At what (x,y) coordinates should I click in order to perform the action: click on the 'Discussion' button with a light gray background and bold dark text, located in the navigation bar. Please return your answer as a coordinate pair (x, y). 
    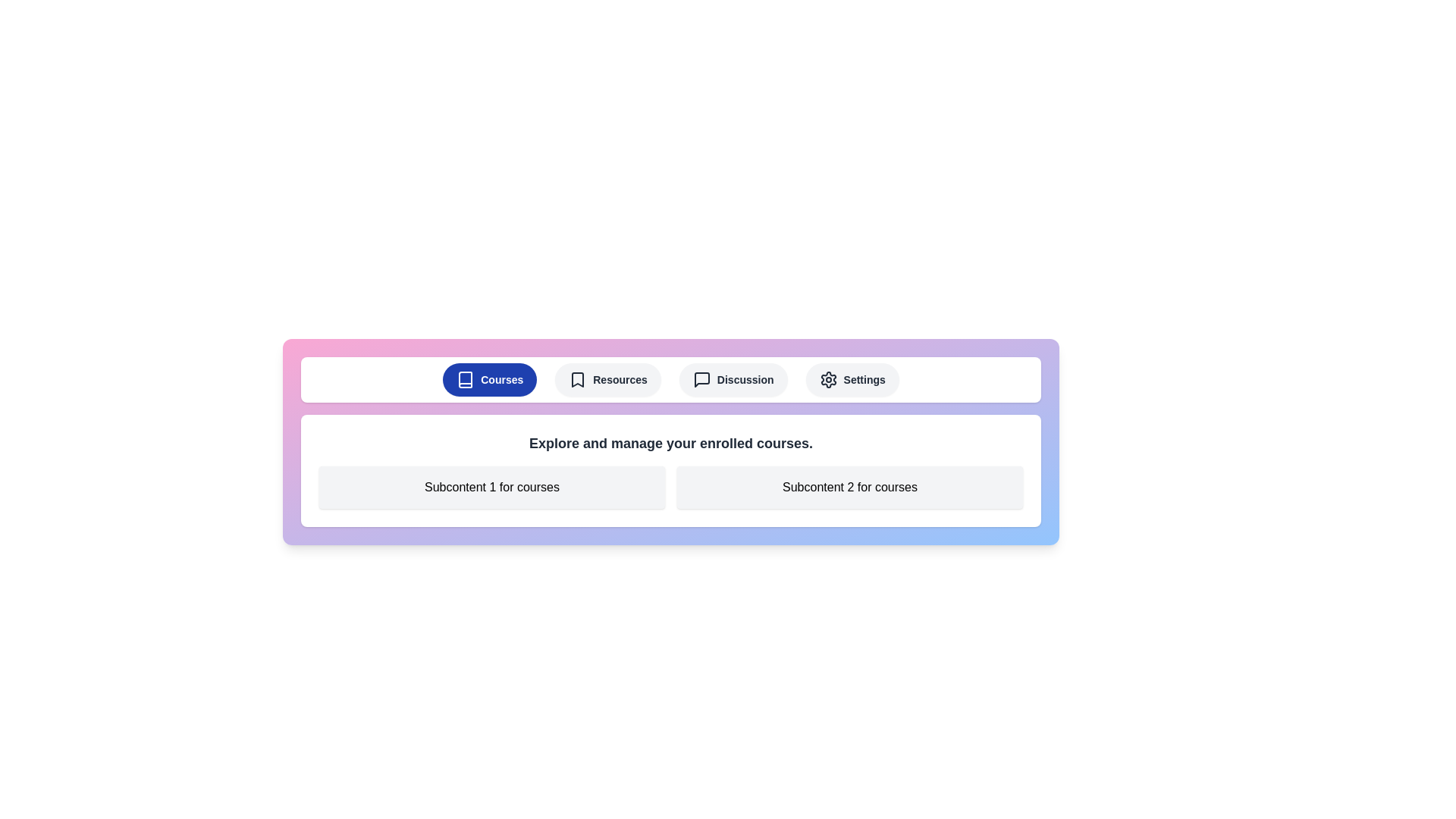
    Looking at the image, I should click on (733, 379).